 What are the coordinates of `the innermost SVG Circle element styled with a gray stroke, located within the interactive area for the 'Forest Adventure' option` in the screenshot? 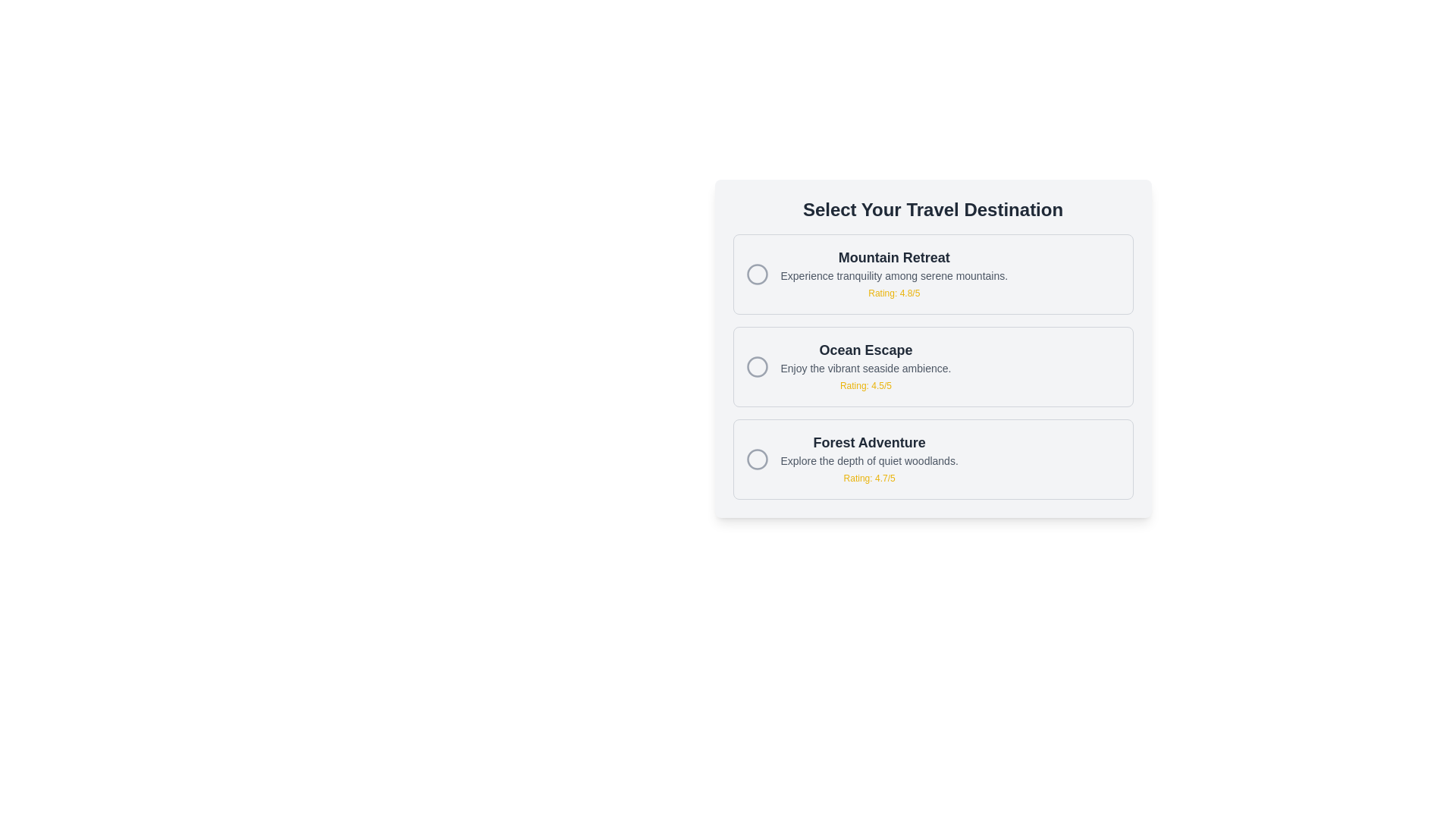 It's located at (757, 458).